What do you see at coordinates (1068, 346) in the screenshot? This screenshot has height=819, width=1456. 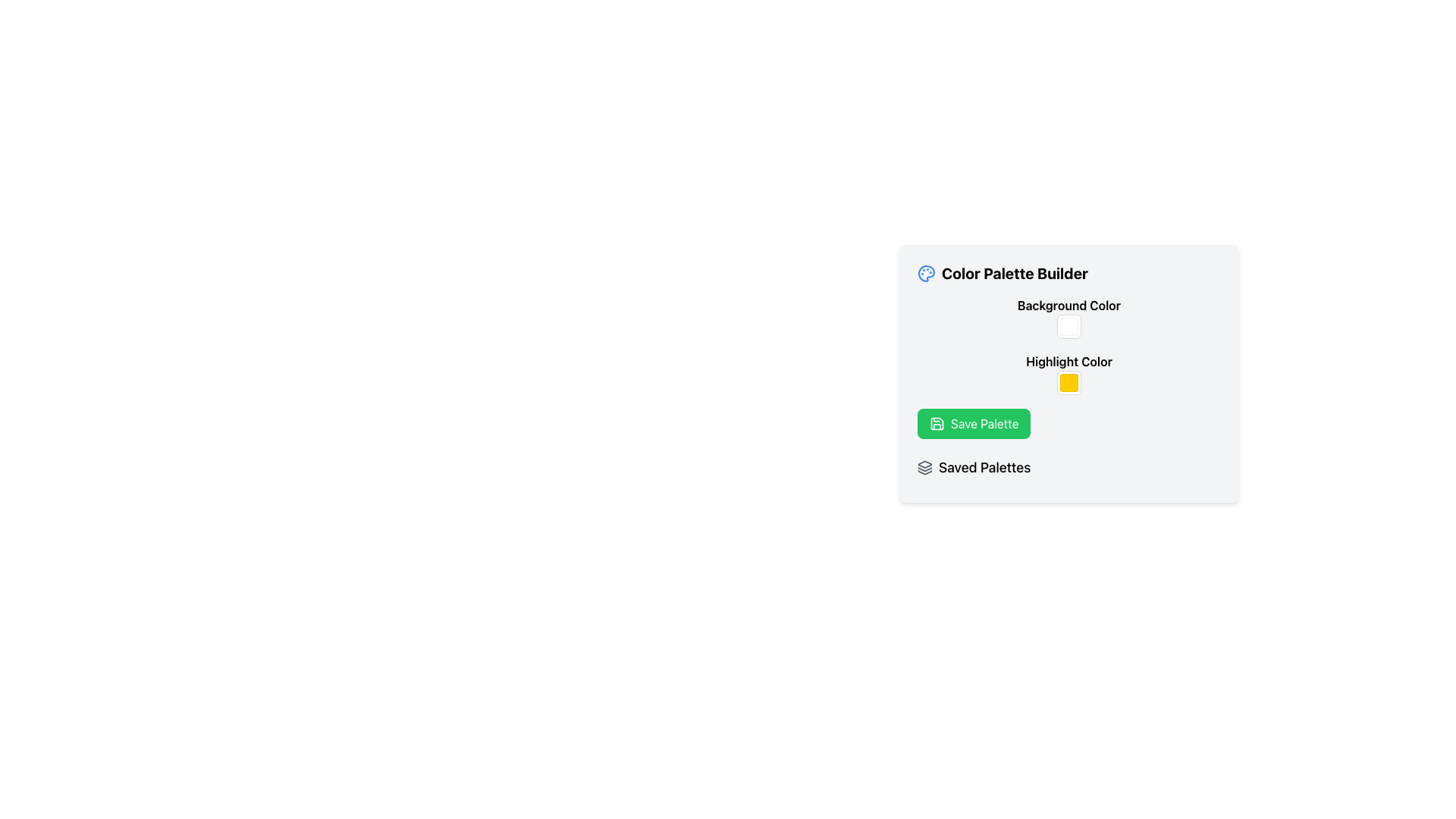 I see `the color blocks in the 'Color Palette Builder' section, specifically the square blocks for 'Background Color' (white) and 'Highlight Color' (yellow)` at bounding box center [1068, 346].